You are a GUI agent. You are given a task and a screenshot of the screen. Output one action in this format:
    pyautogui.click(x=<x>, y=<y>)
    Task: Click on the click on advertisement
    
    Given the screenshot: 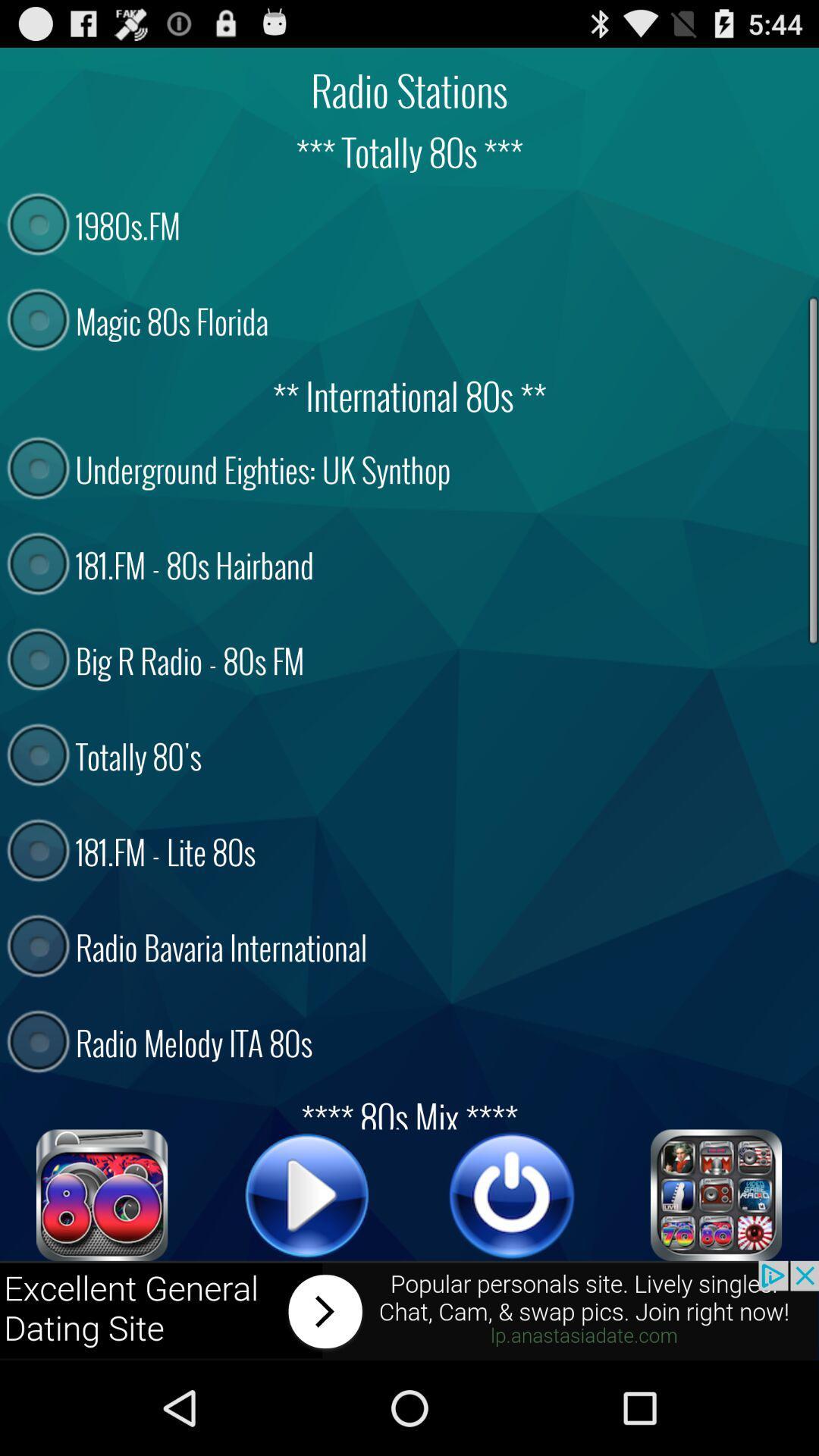 What is the action you would take?
    pyautogui.click(x=409, y=1310)
    